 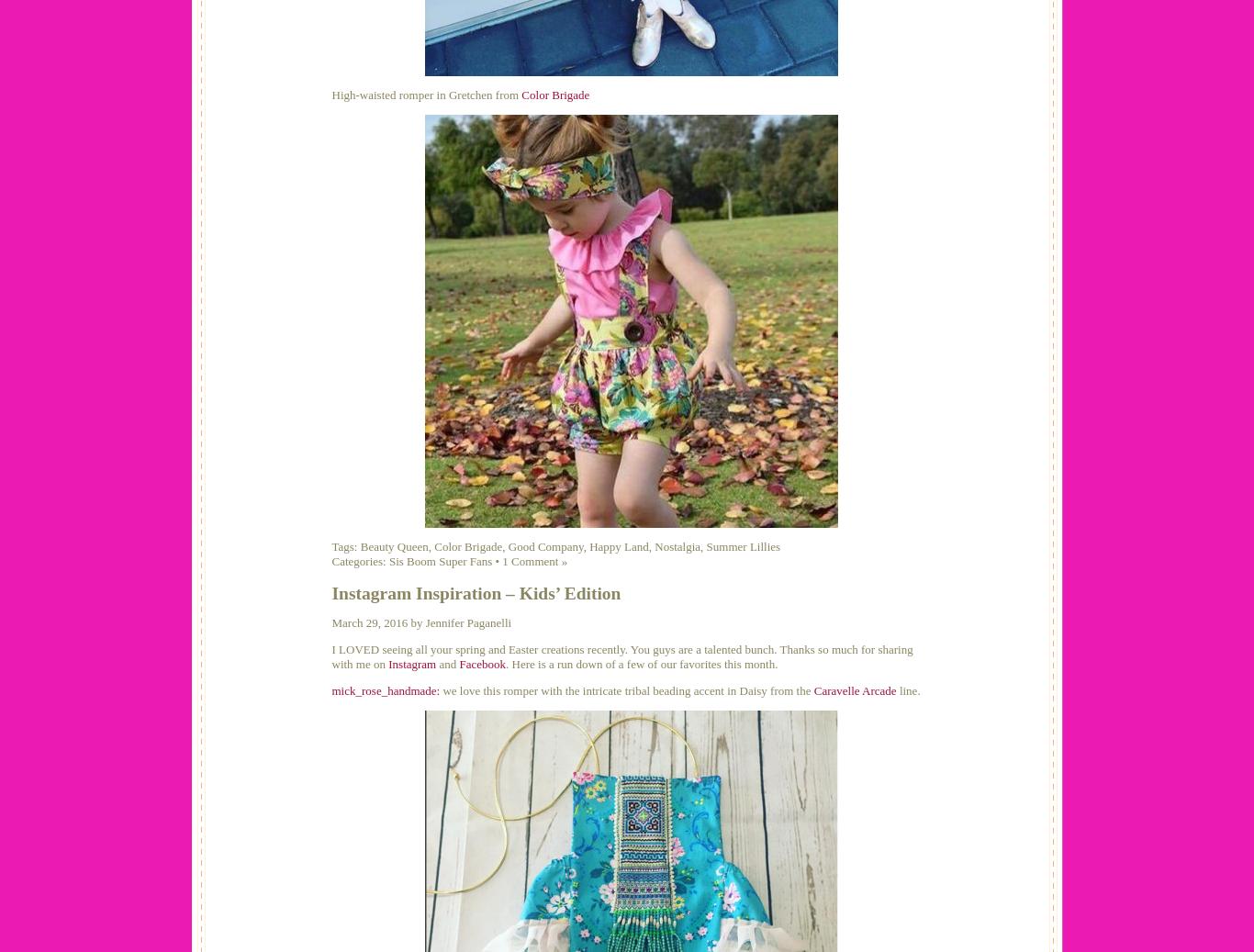 What do you see at coordinates (742, 546) in the screenshot?
I see `'Summer Lillies'` at bounding box center [742, 546].